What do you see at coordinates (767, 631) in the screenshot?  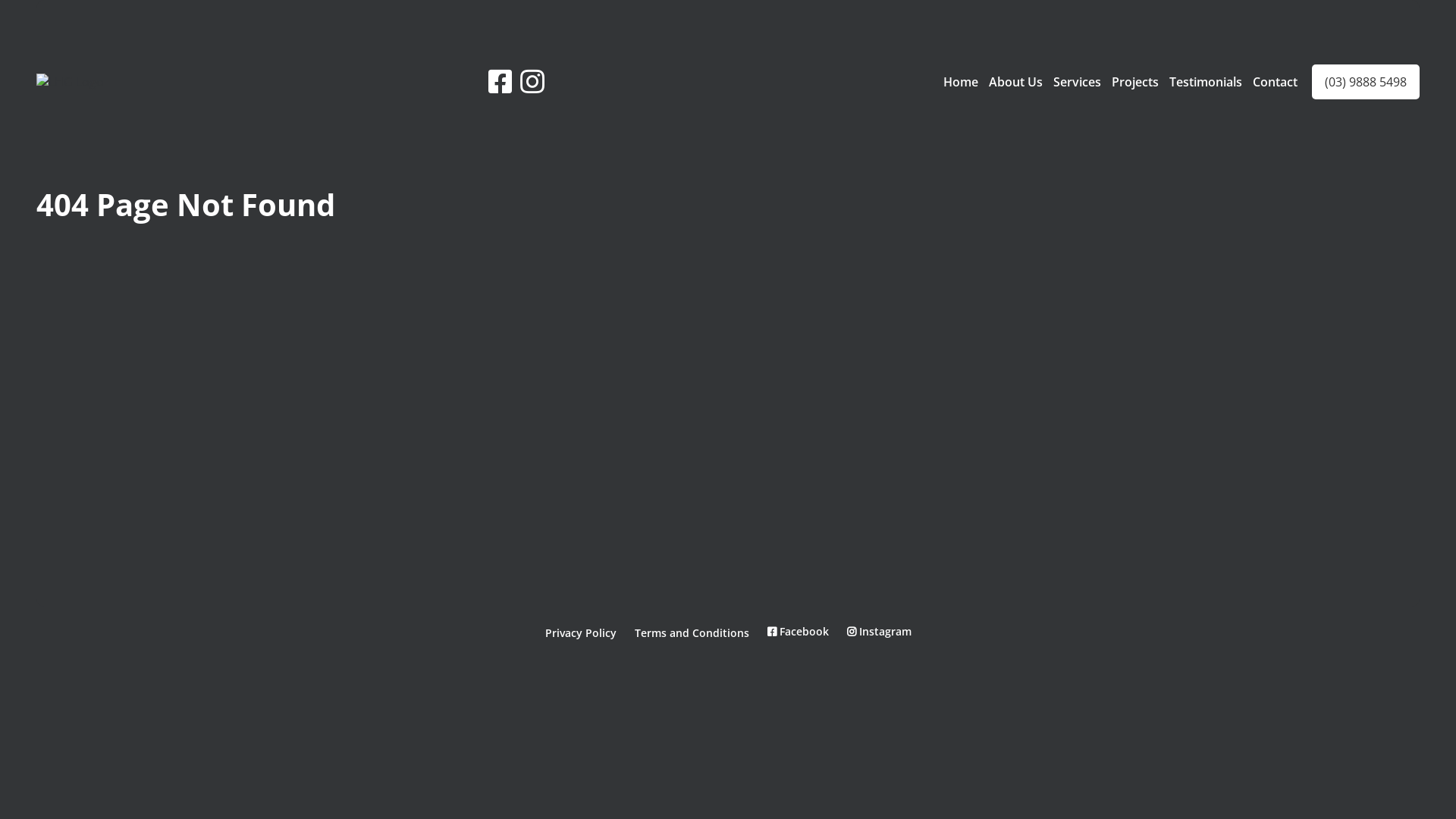 I see `'Facebook'` at bounding box center [767, 631].